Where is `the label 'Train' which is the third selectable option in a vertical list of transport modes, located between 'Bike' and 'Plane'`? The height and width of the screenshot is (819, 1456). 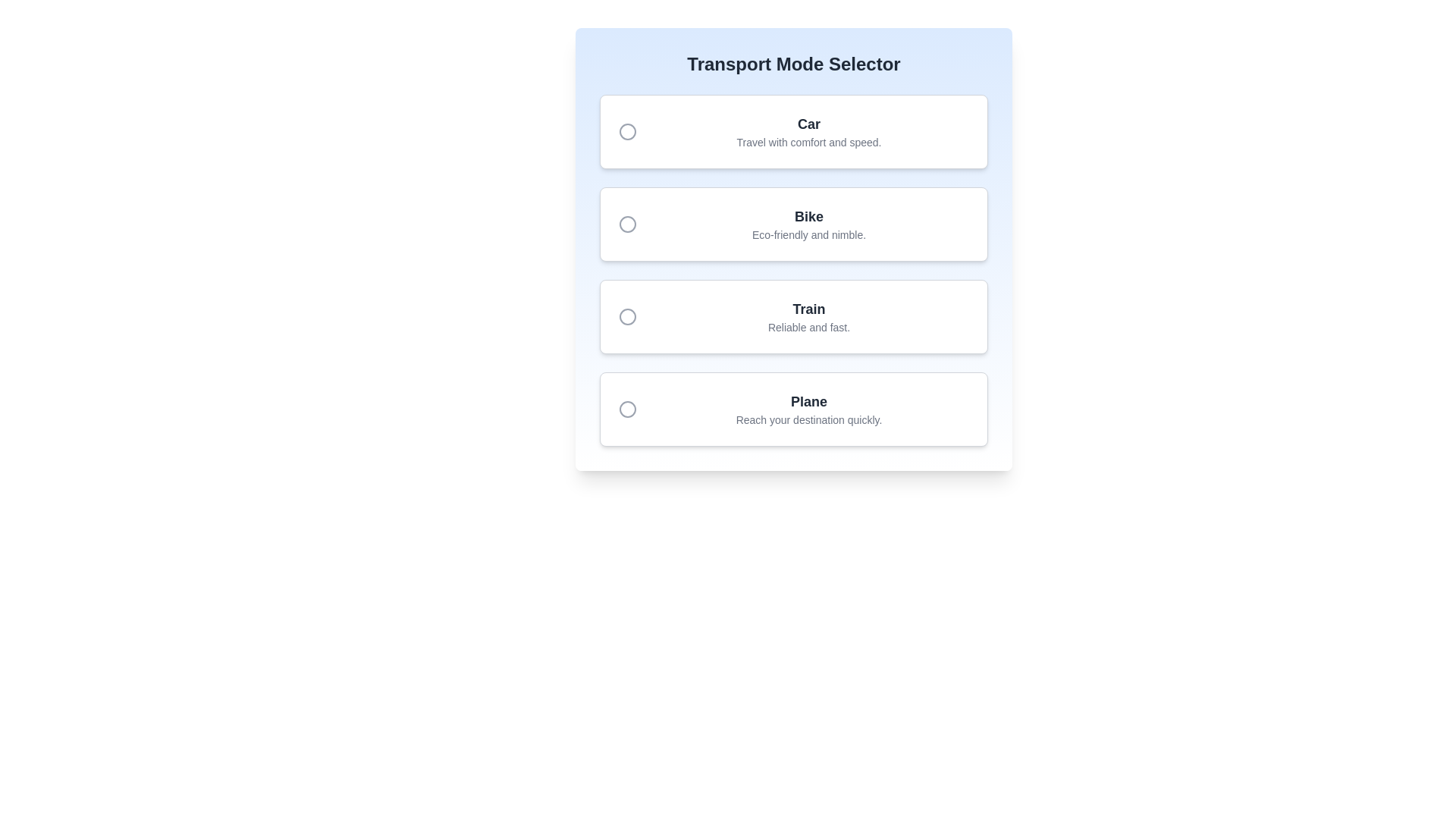 the label 'Train' which is the third selectable option in a vertical list of transport modes, located between 'Bike' and 'Plane' is located at coordinates (808, 315).